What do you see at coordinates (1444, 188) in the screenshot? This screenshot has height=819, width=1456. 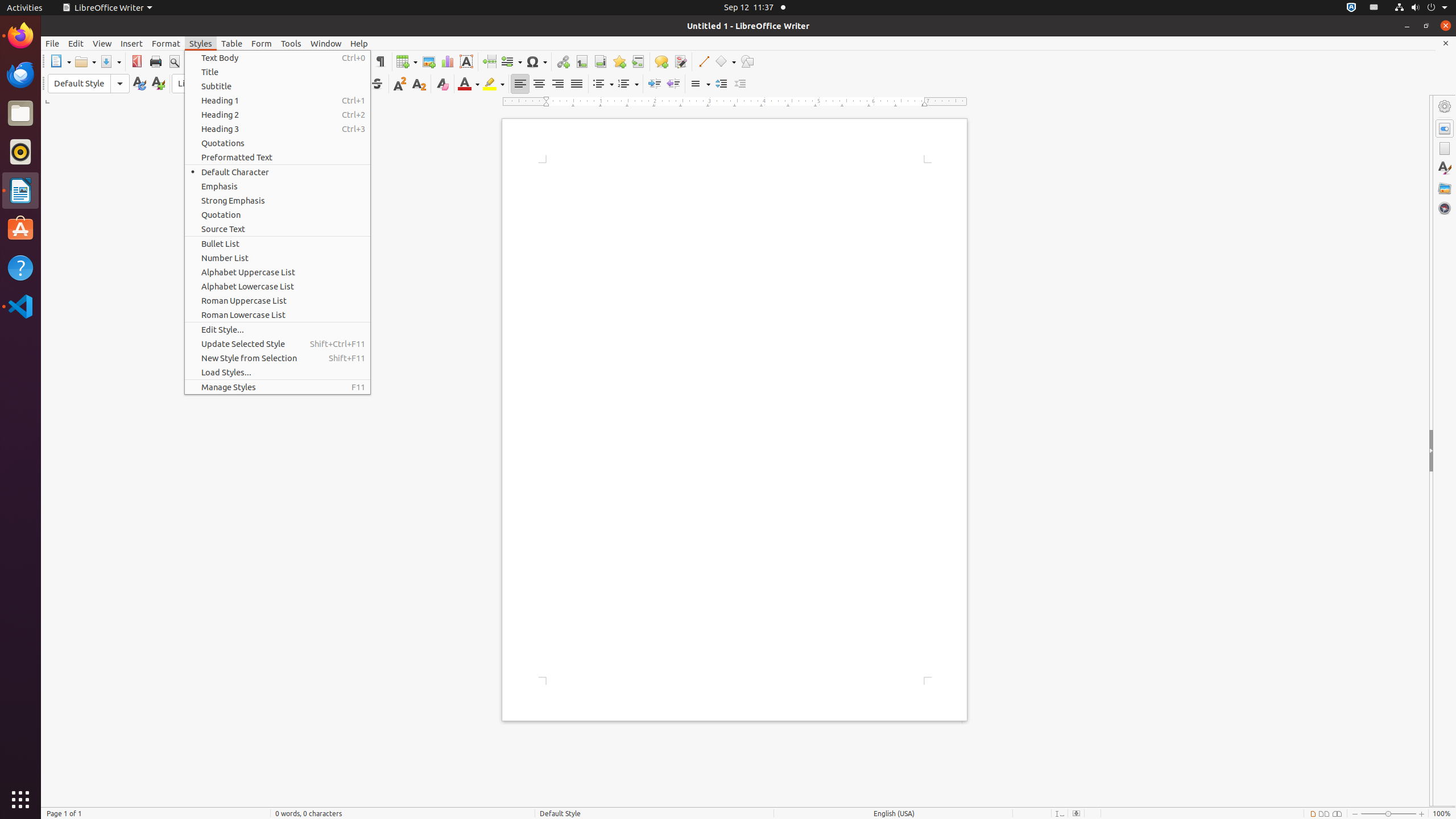 I see `'Gallery'` at bounding box center [1444, 188].